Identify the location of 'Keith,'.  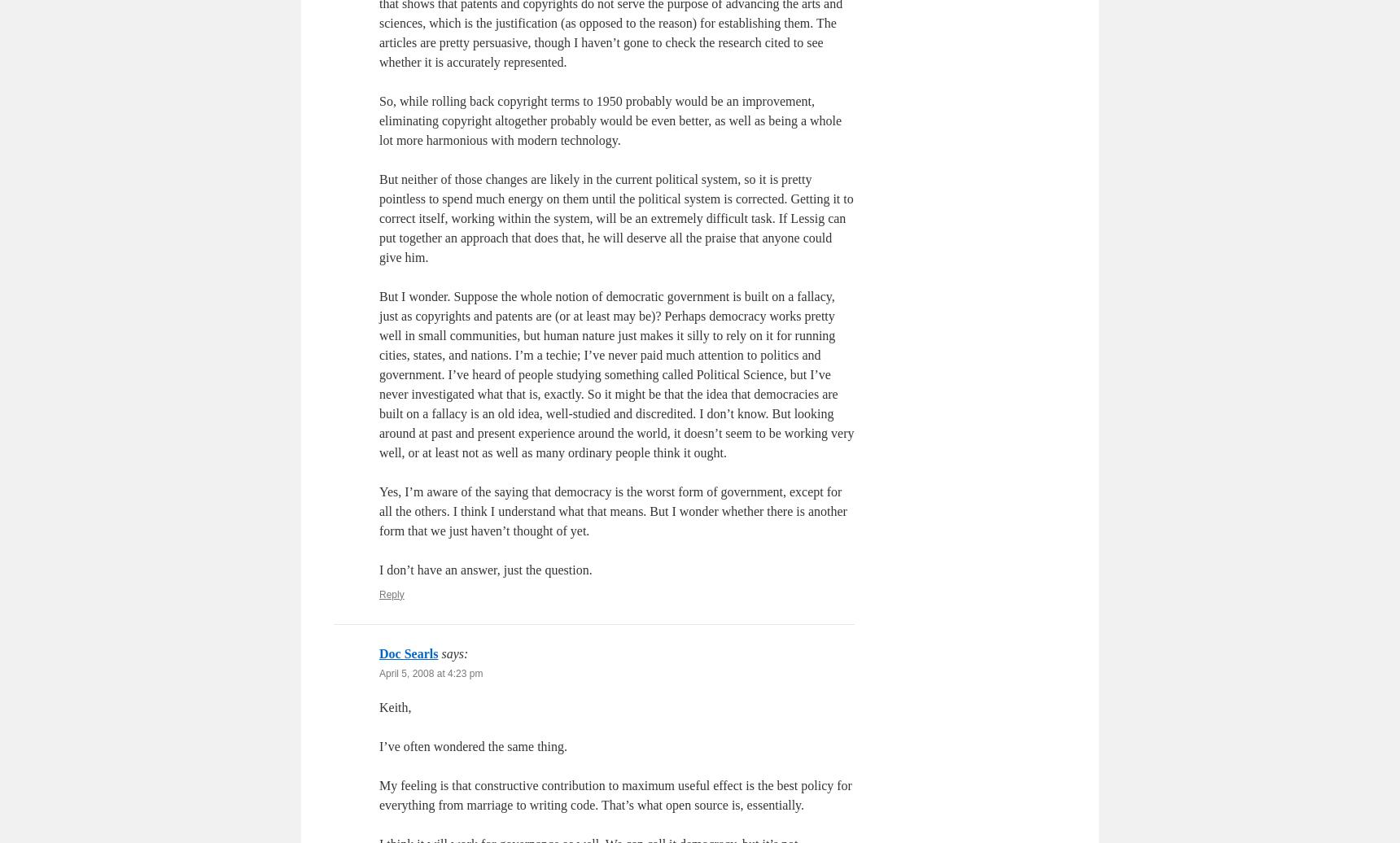
(378, 706).